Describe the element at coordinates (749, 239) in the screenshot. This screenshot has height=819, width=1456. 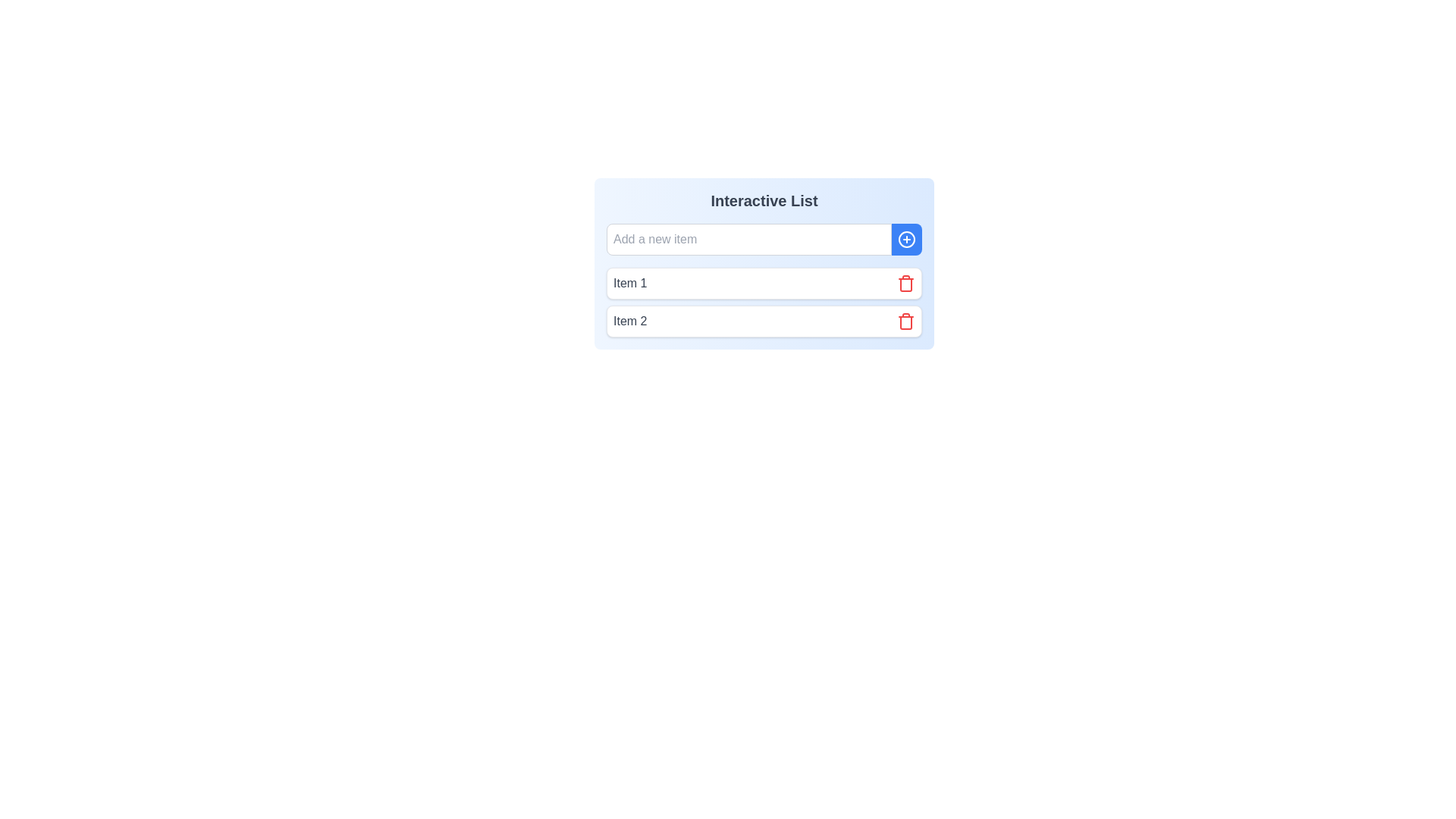
I see `the input field to focus on it` at that location.